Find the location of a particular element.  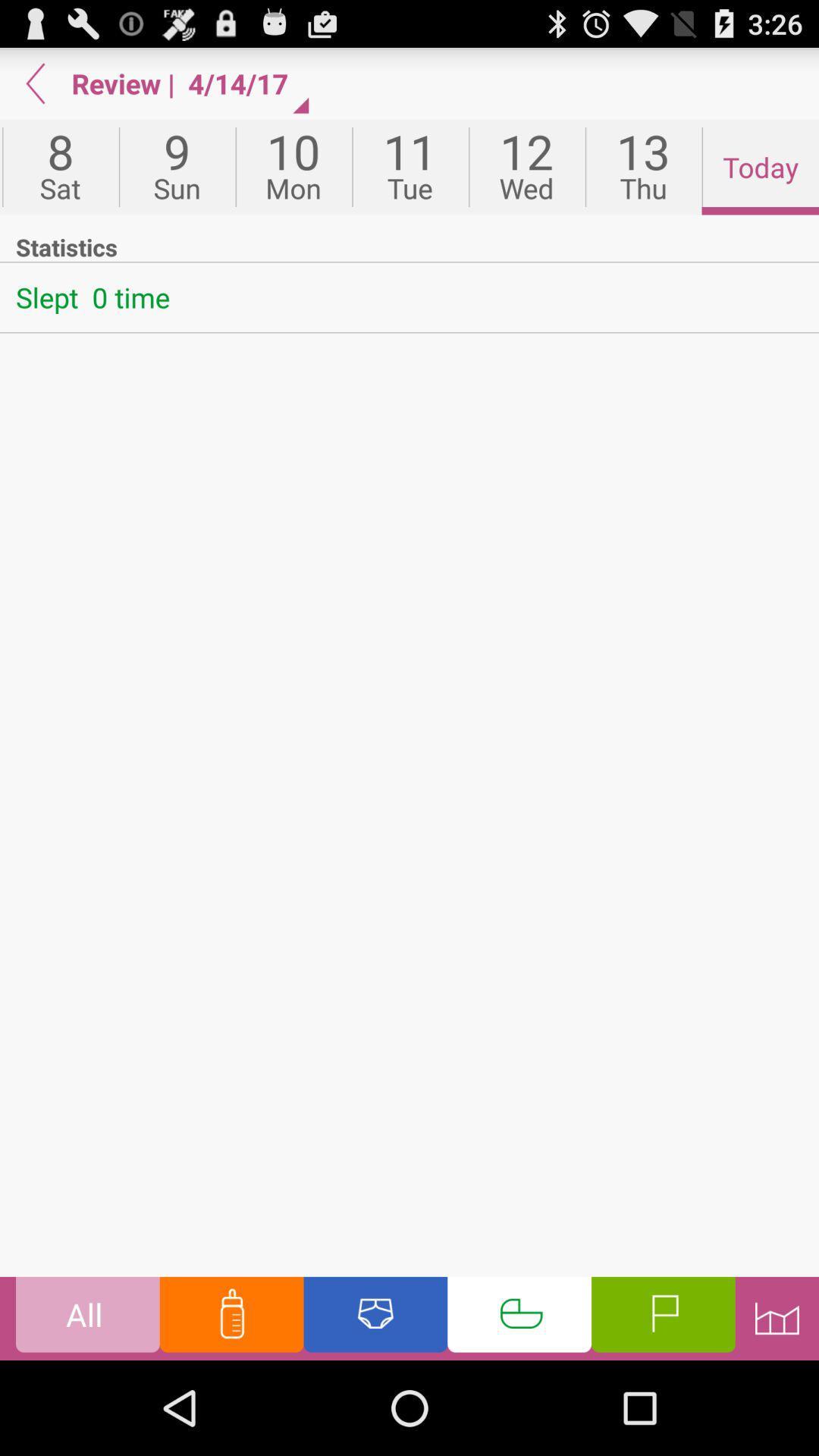

show activity graphics is located at coordinates (777, 1317).